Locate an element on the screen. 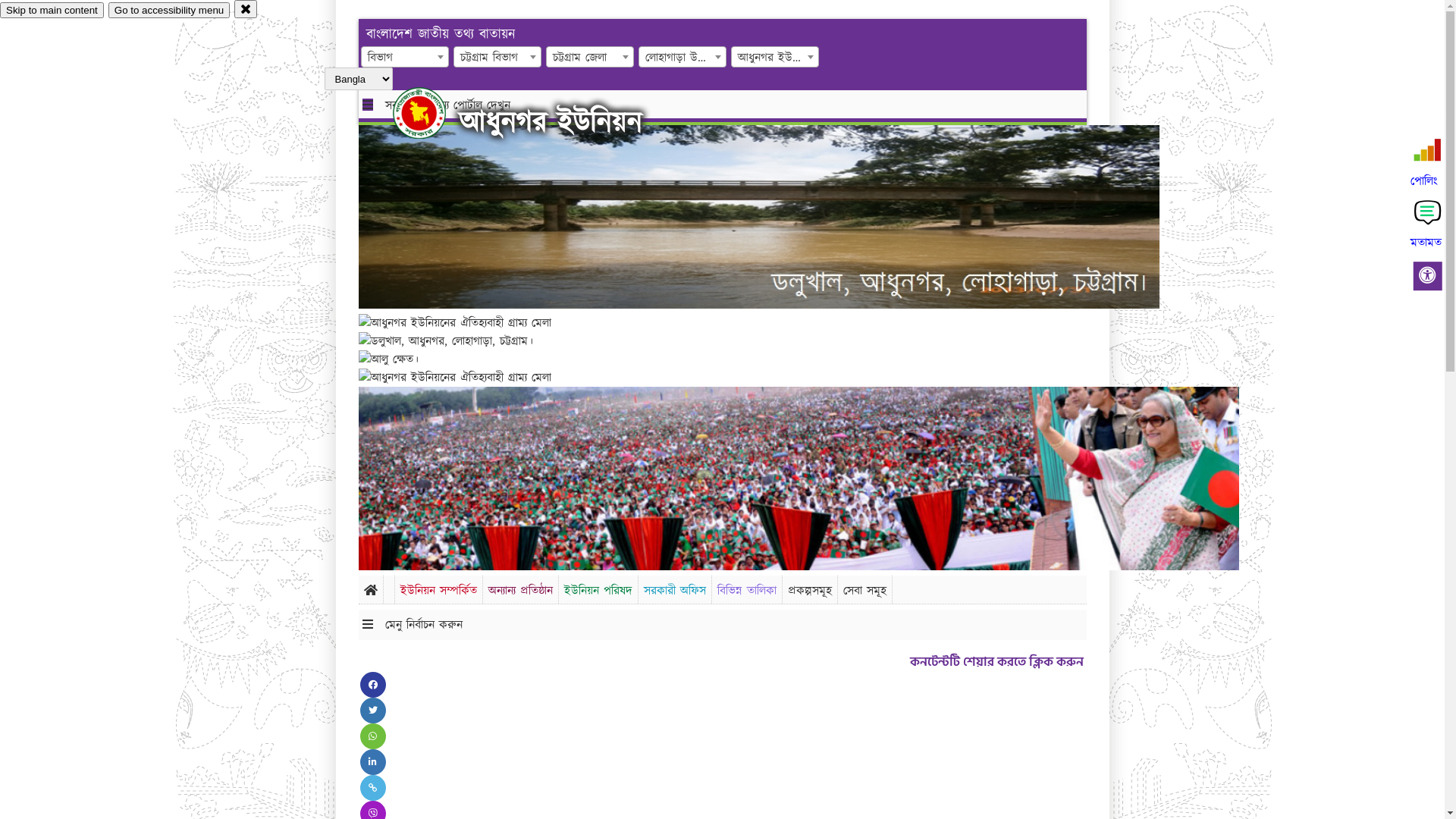  'Go to accessibility menu' is located at coordinates (168, 10).